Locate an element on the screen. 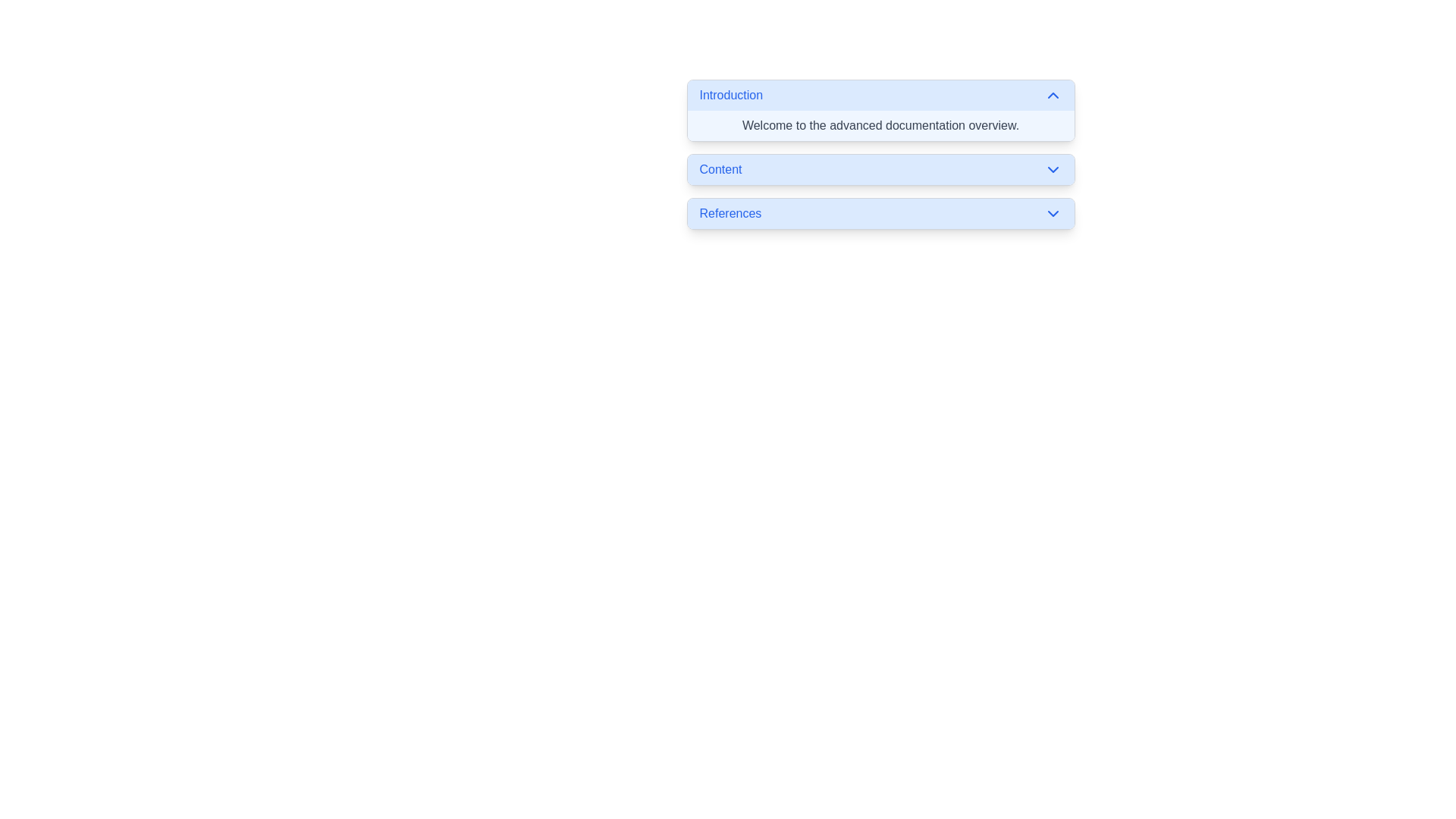 The image size is (1456, 819). the dropdown indicator (SVG-based chevron icon) located at the extreme right of the 'References' bar is located at coordinates (1052, 213).